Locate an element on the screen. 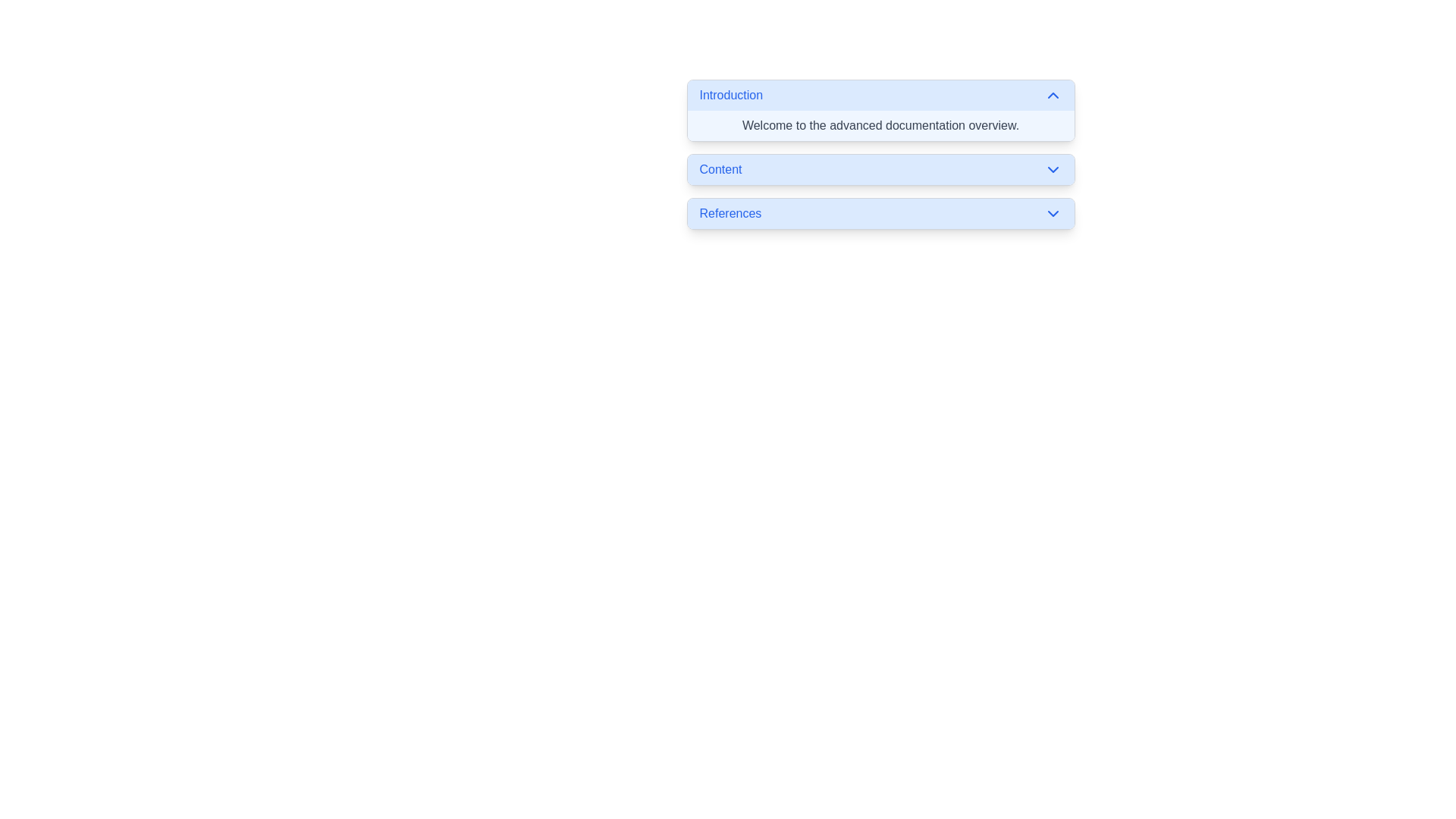 The image size is (1456, 819). the dropdown indicator (SVG-based chevron icon) located at the extreme right of the 'References' bar is located at coordinates (1052, 213).